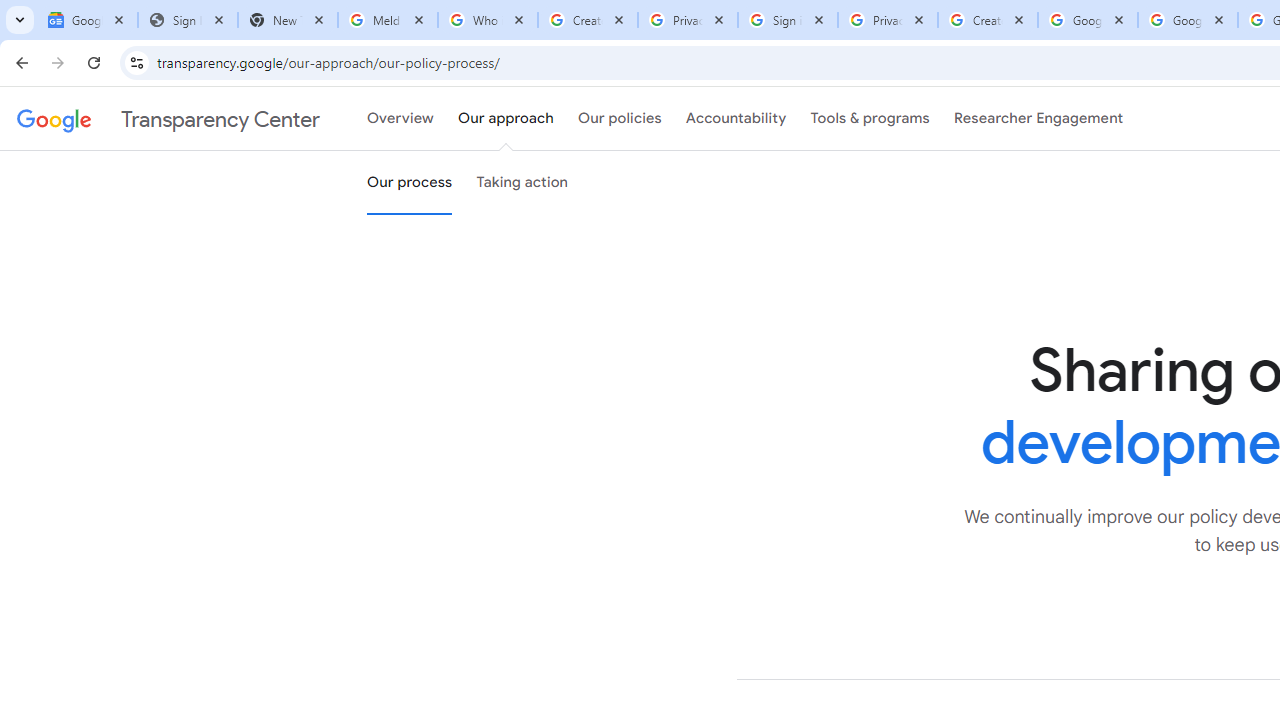  What do you see at coordinates (168, 119) in the screenshot?
I see `'Transparency Center'` at bounding box center [168, 119].